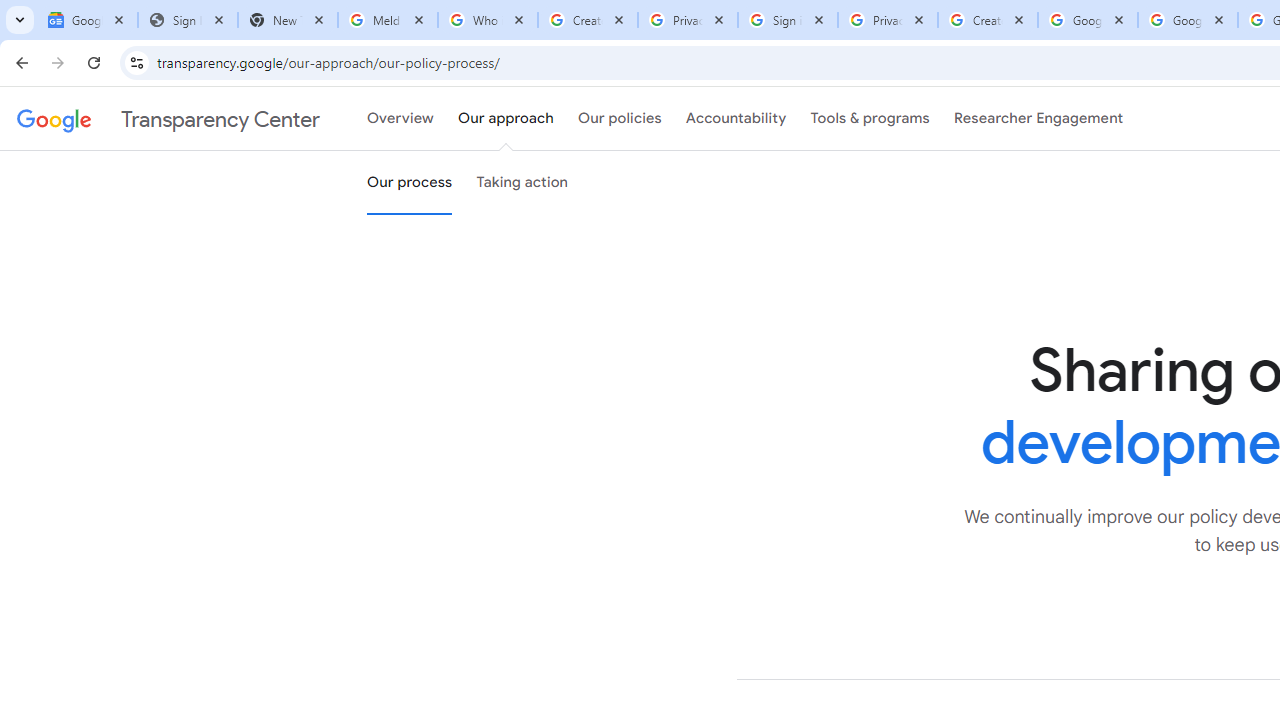  What do you see at coordinates (168, 119) in the screenshot?
I see `'Transparency Center'` at bounding box center [168, 119].